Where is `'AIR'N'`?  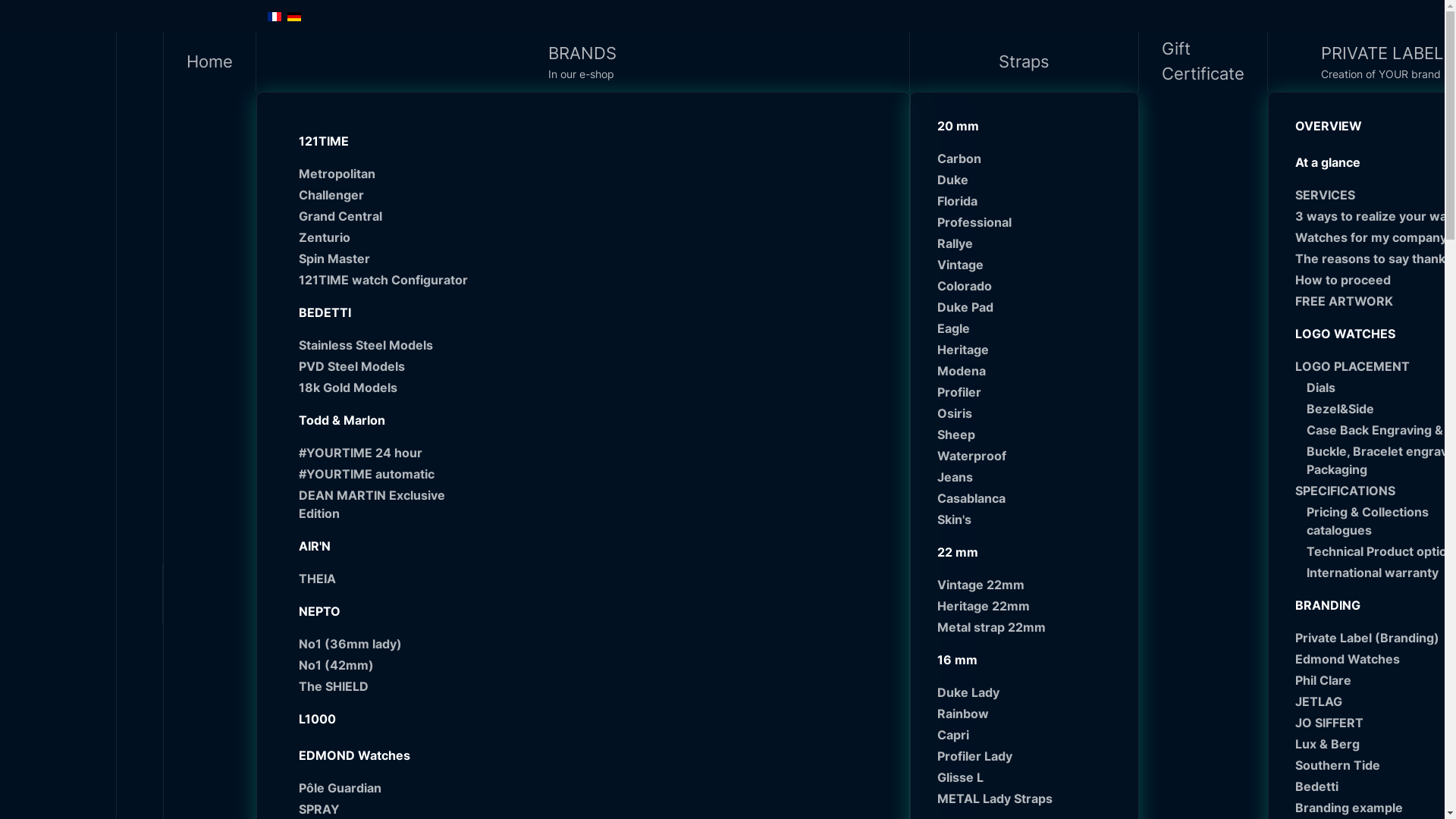 'AIR'N' is located at coordinates (378, 546).